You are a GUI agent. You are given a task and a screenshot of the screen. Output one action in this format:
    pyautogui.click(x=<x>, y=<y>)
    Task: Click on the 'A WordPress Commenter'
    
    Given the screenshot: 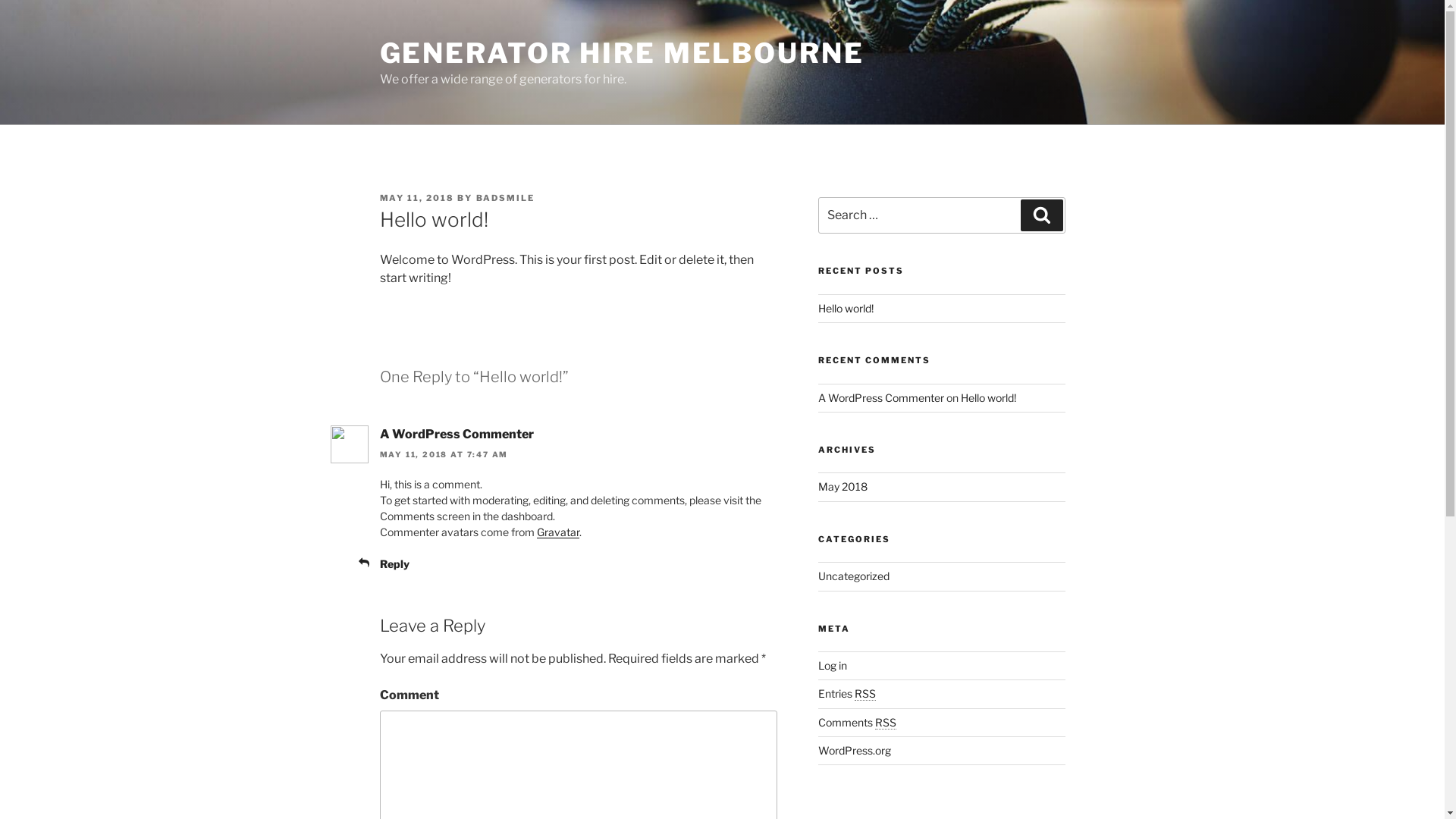 What is the action you would take?
    pyautogui.click(x=880, y=397)
    